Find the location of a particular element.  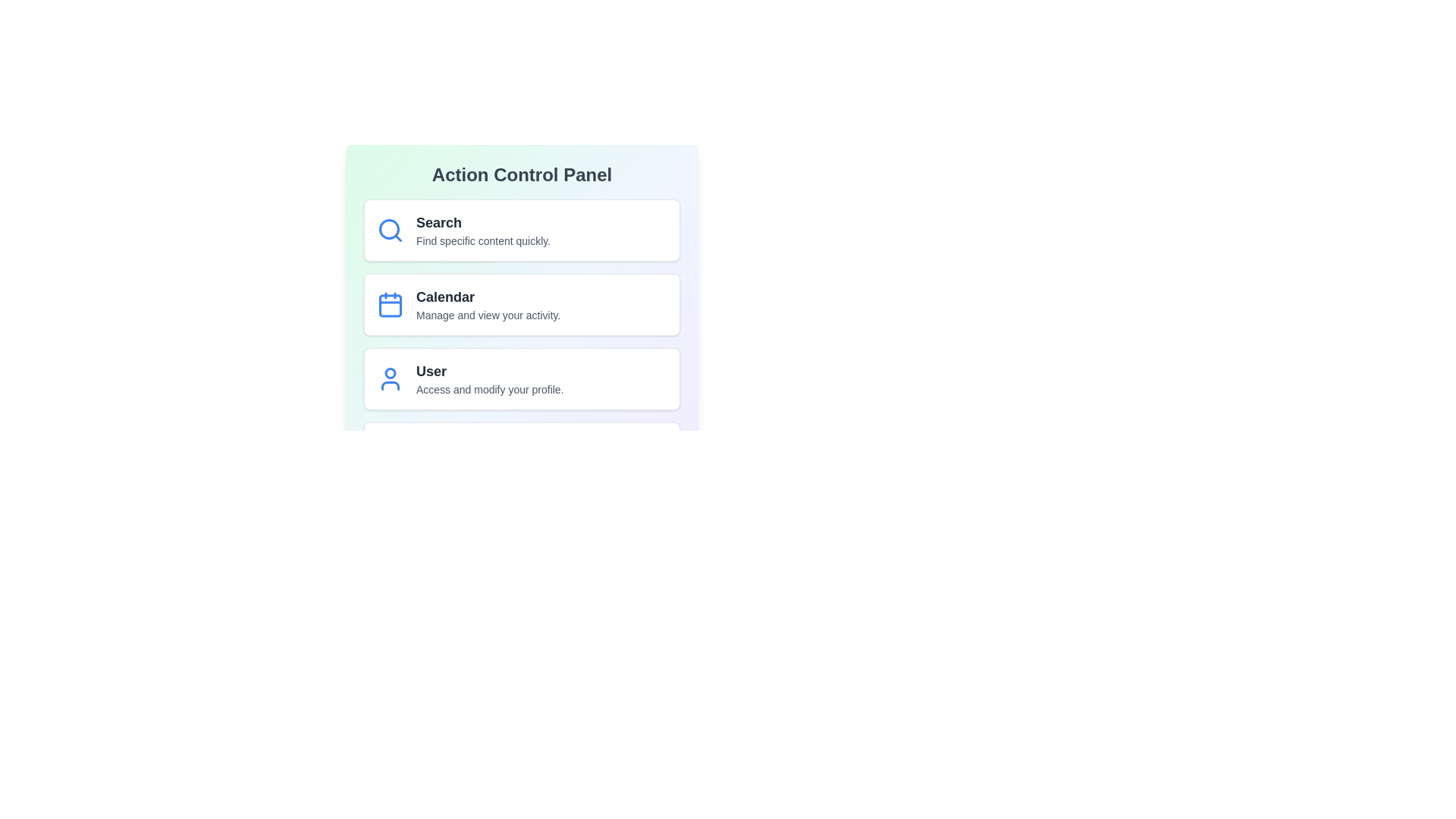

the 'Calendar' icon located in the second box of the 'Action Control Panel', positioned to the left of the text 'Calendar' is located at coordinates (390, 304).